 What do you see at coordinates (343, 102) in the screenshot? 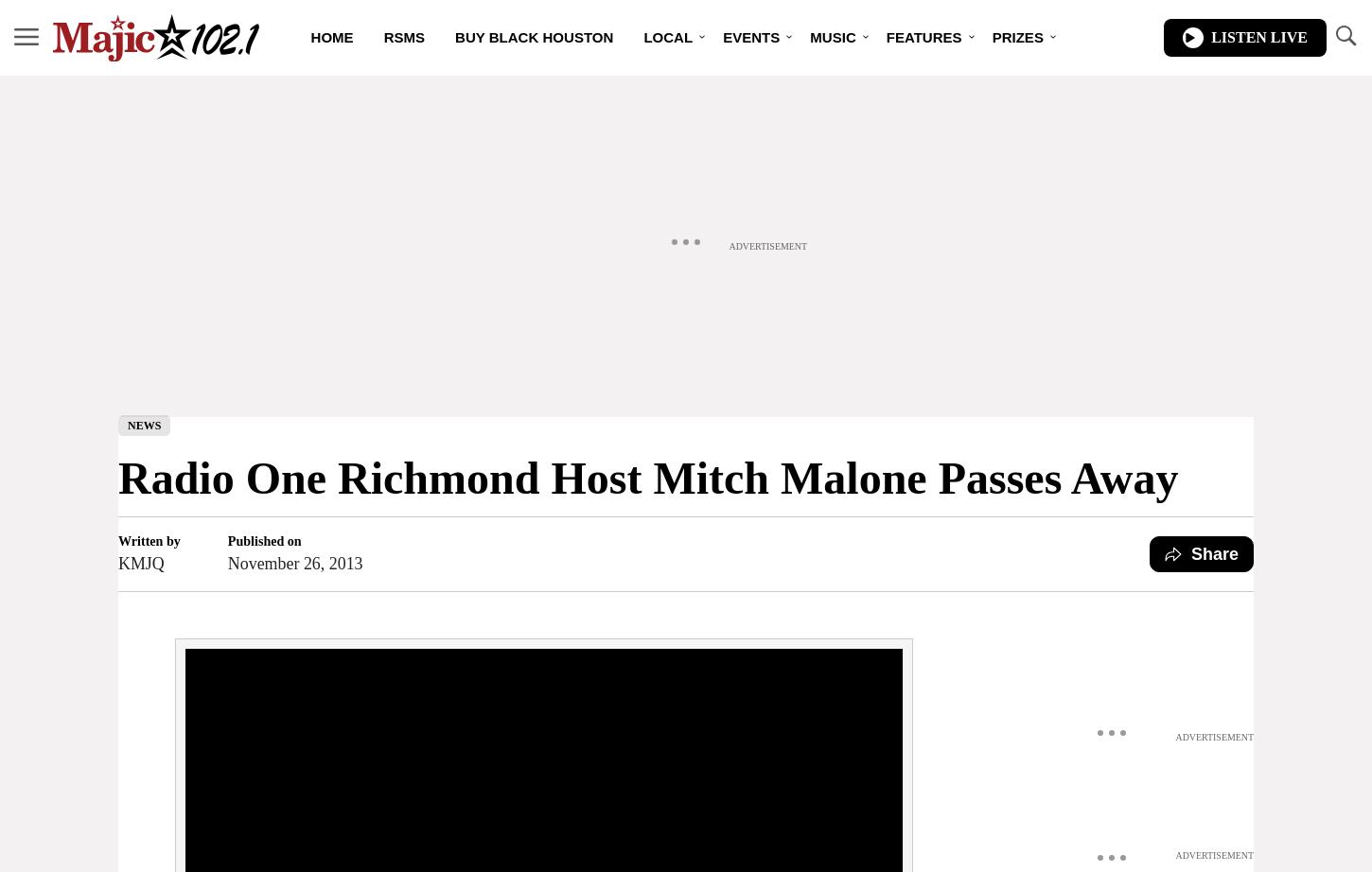
I see `'Playlist'` at bounding box center [343, 102].